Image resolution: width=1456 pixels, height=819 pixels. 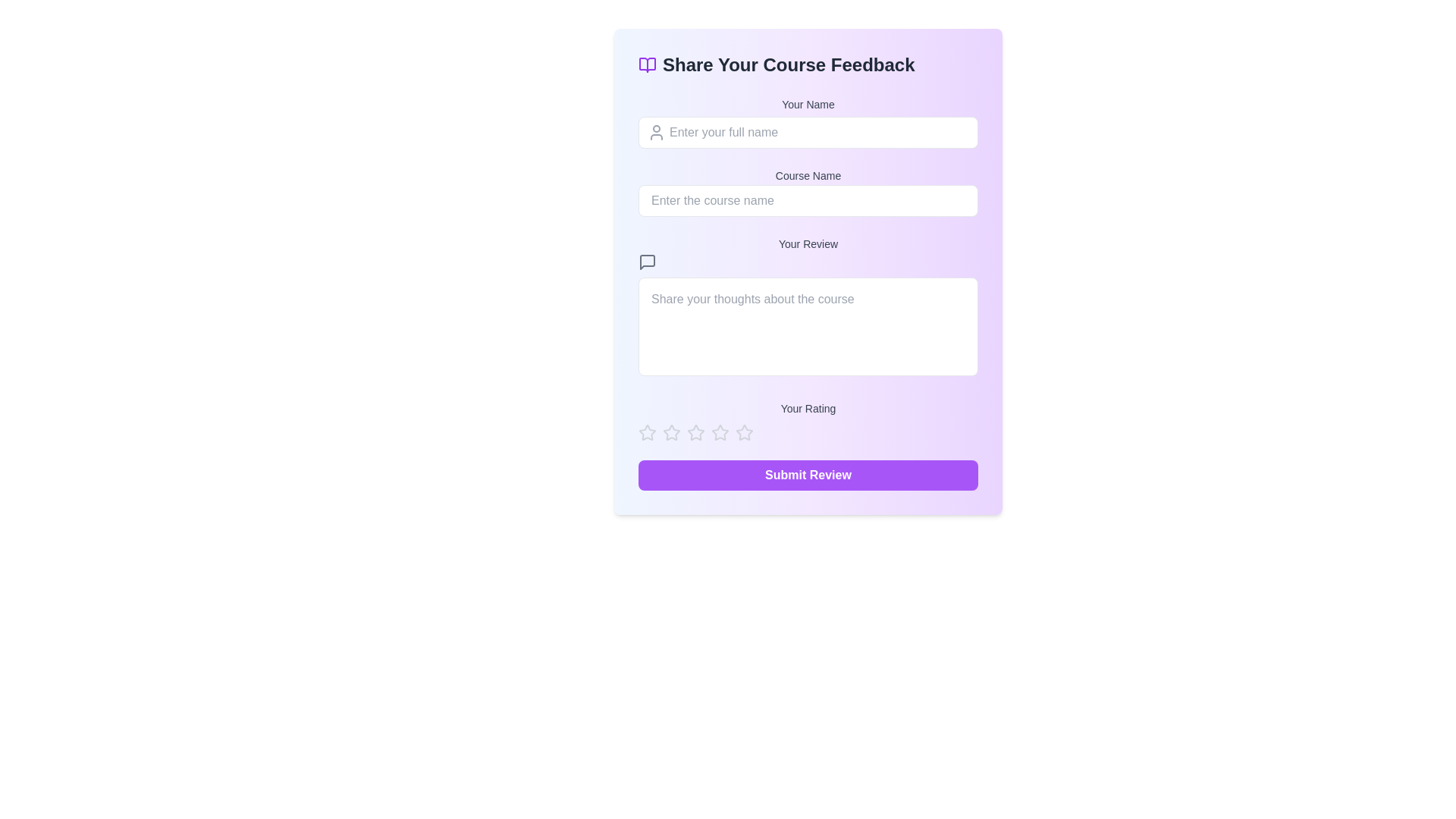 What do you see at coordinates (648, 262) in the screenshot?
I see `the decorative icon next to the 'Your Review' text field, which indicates user input or feedback` at bounding box center [648, 262].